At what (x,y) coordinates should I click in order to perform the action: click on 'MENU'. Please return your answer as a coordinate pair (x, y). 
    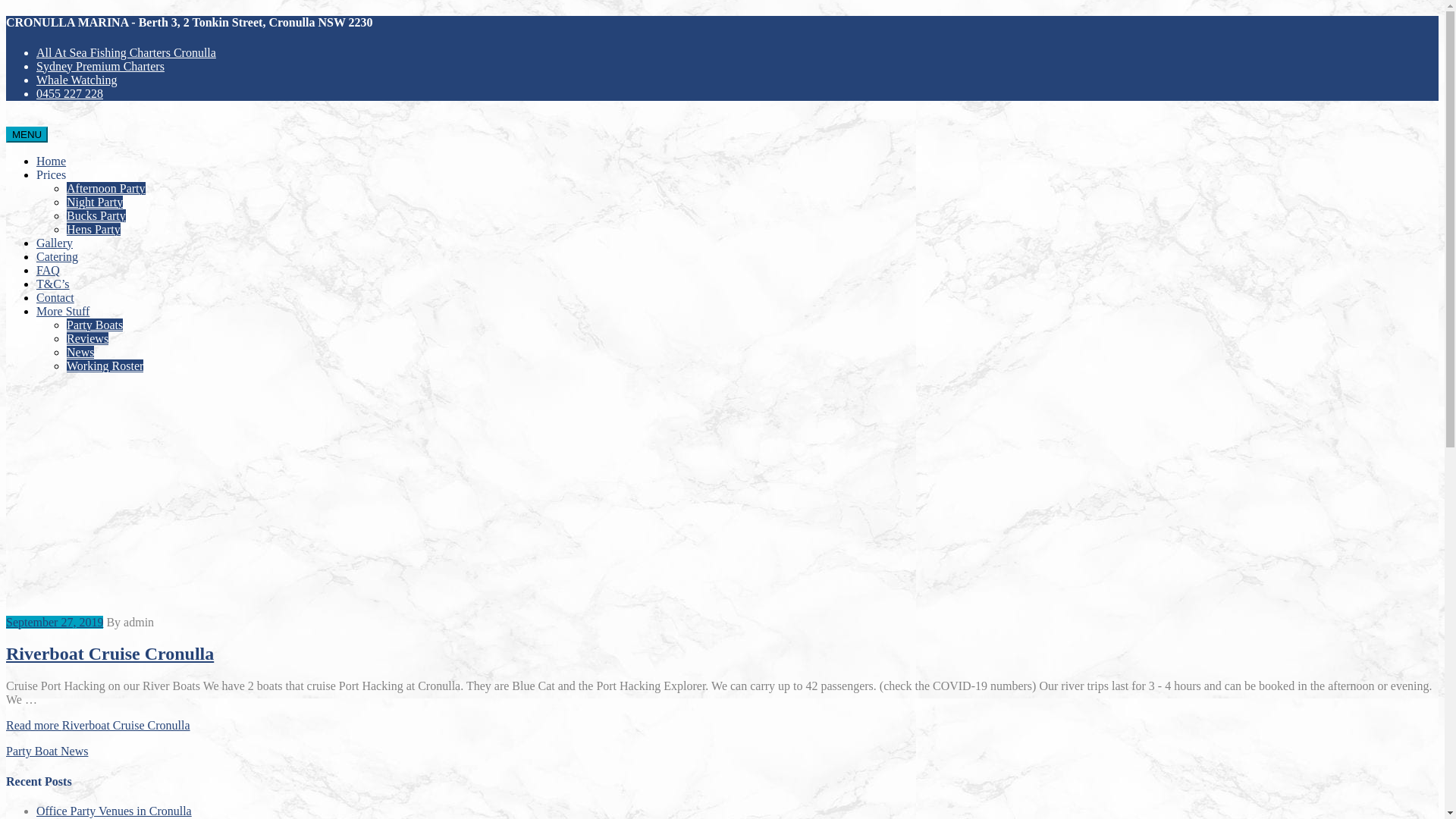
    Looking at the image, I should click on (6, 133).